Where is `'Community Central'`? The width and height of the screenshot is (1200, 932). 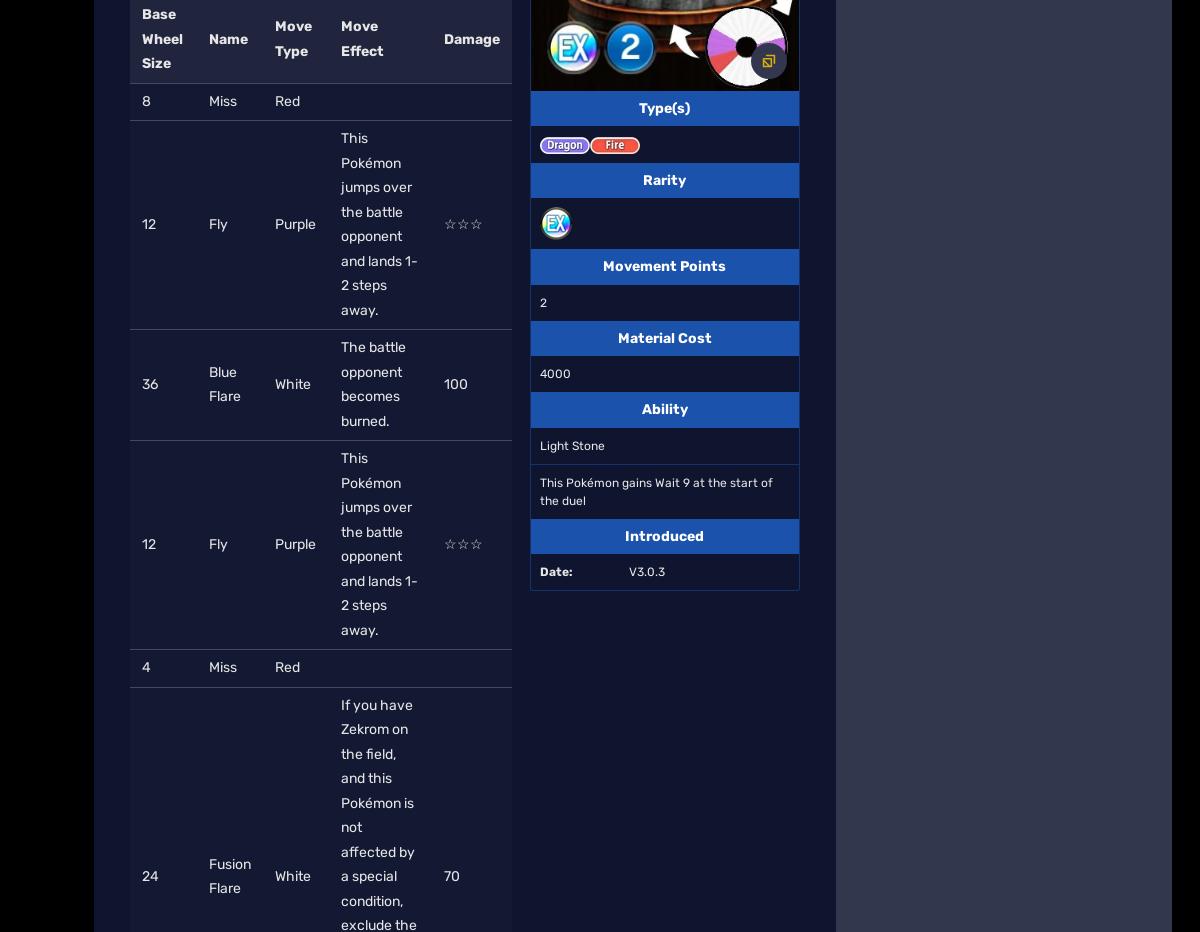 'Community Central' is located at coordinates (704, 244).